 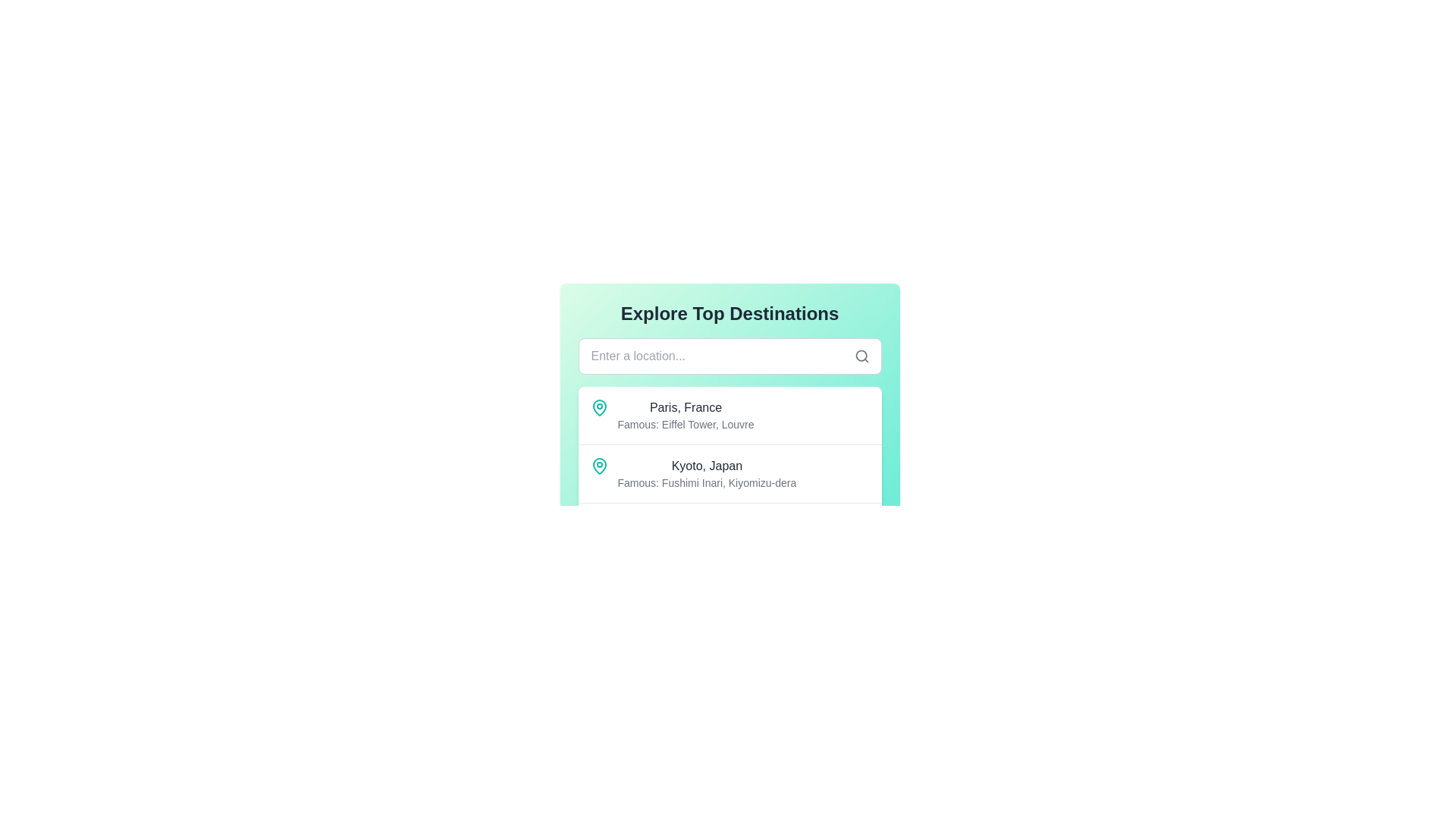 I want to click on the map pin icon located in the second list item of the 'Explore Top Destinations' section, which corresponds to 'Kyoto, Japan', so click(x=598, y=465).